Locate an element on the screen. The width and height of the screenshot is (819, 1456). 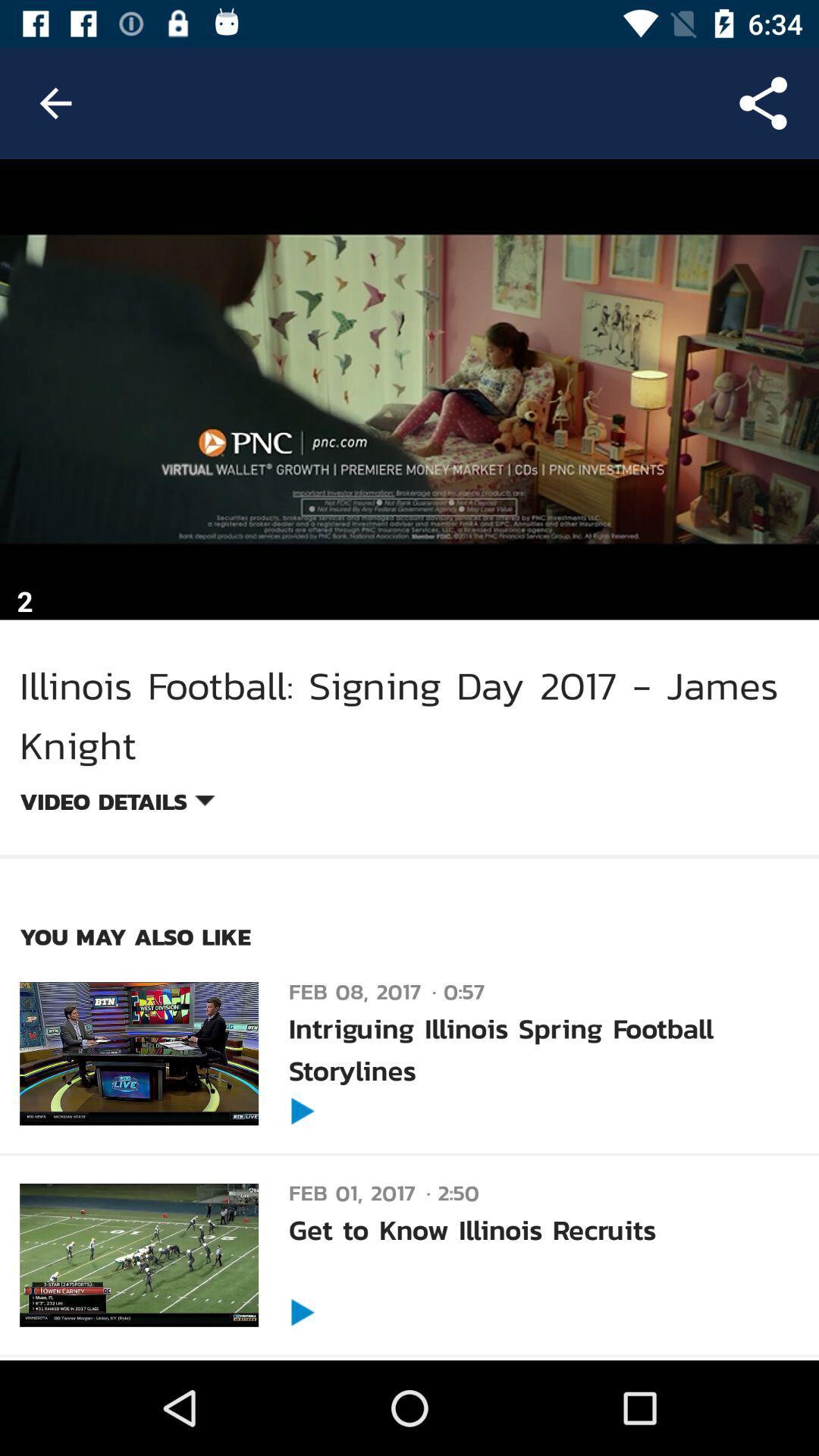
icon at the top left corner is located at coordinates (55, 102).